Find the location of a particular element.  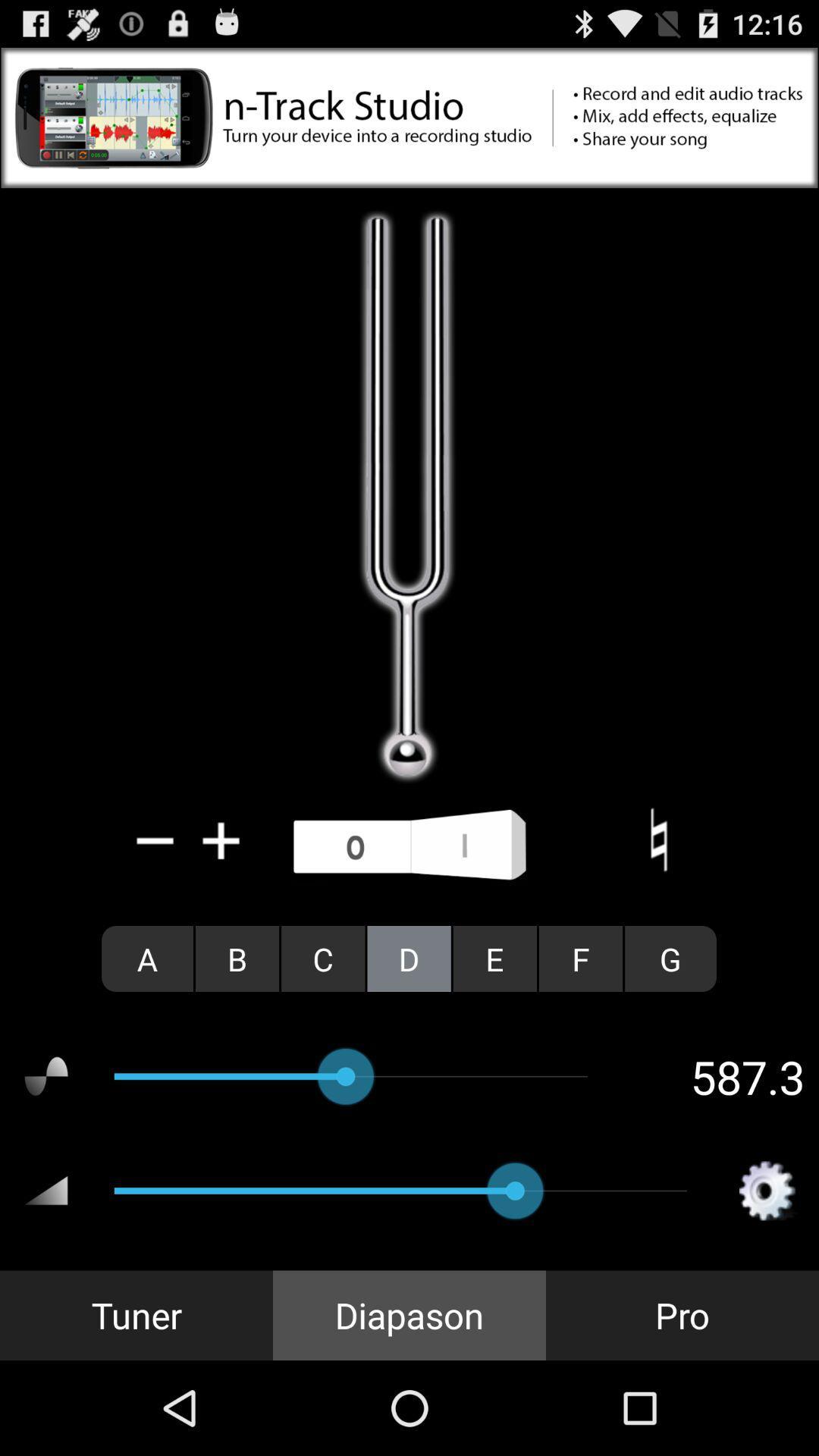

increase is located at coordinates (221, 839).